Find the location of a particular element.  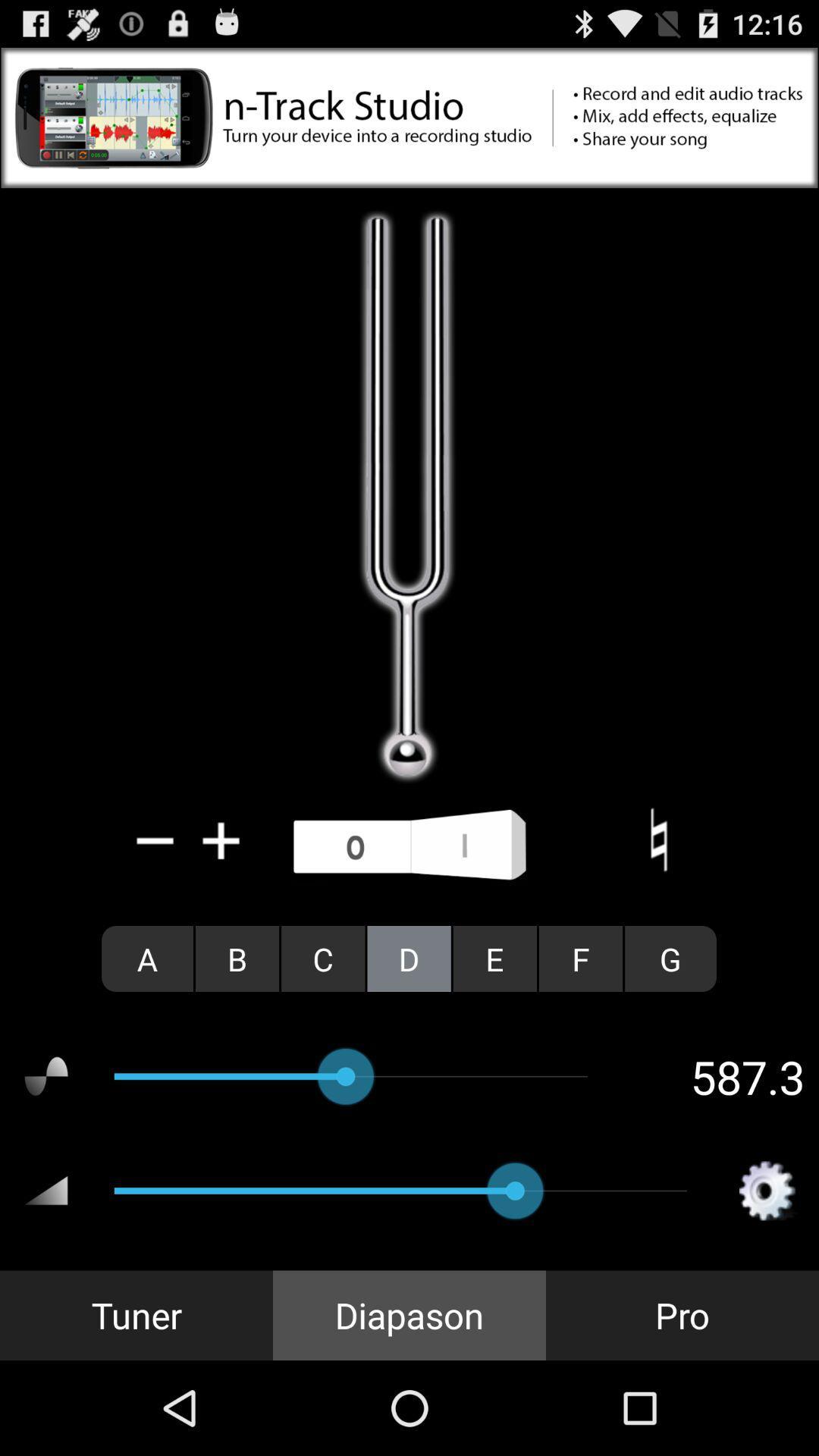

increase is located at coordinates (221, 839).